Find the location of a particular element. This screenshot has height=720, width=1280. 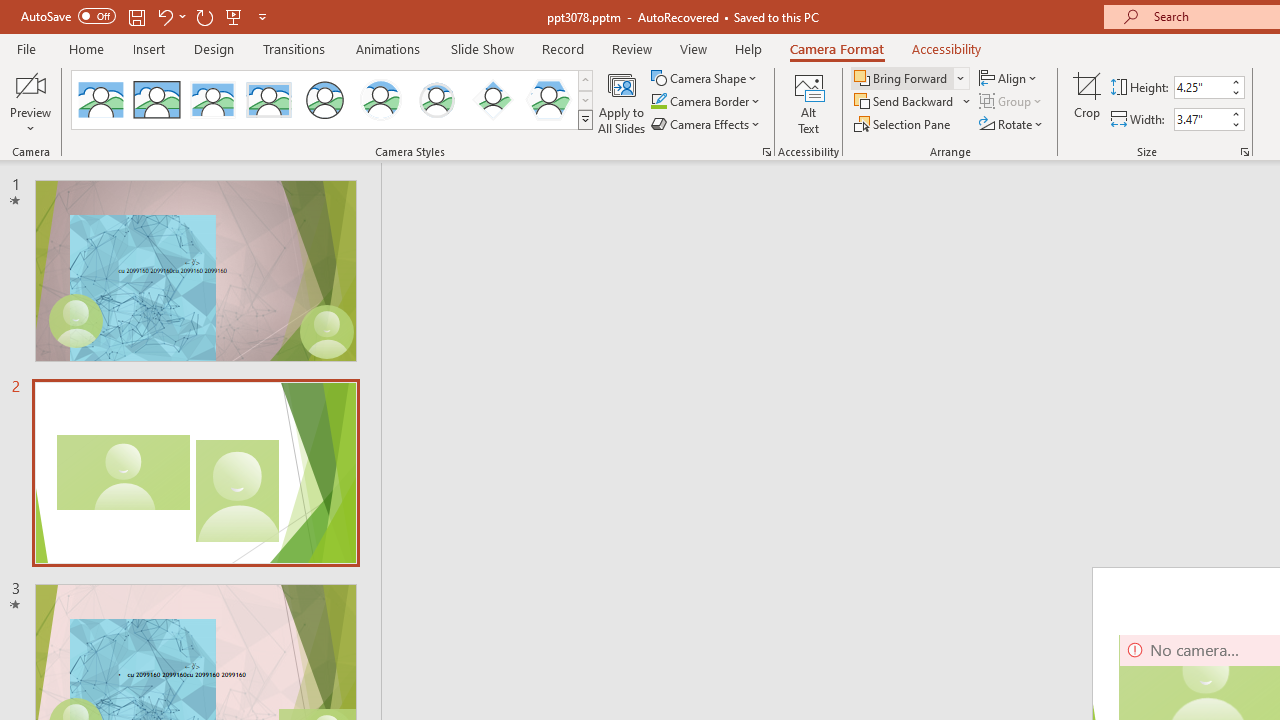

'Bring Forward' is located at coordinates (901, 77).